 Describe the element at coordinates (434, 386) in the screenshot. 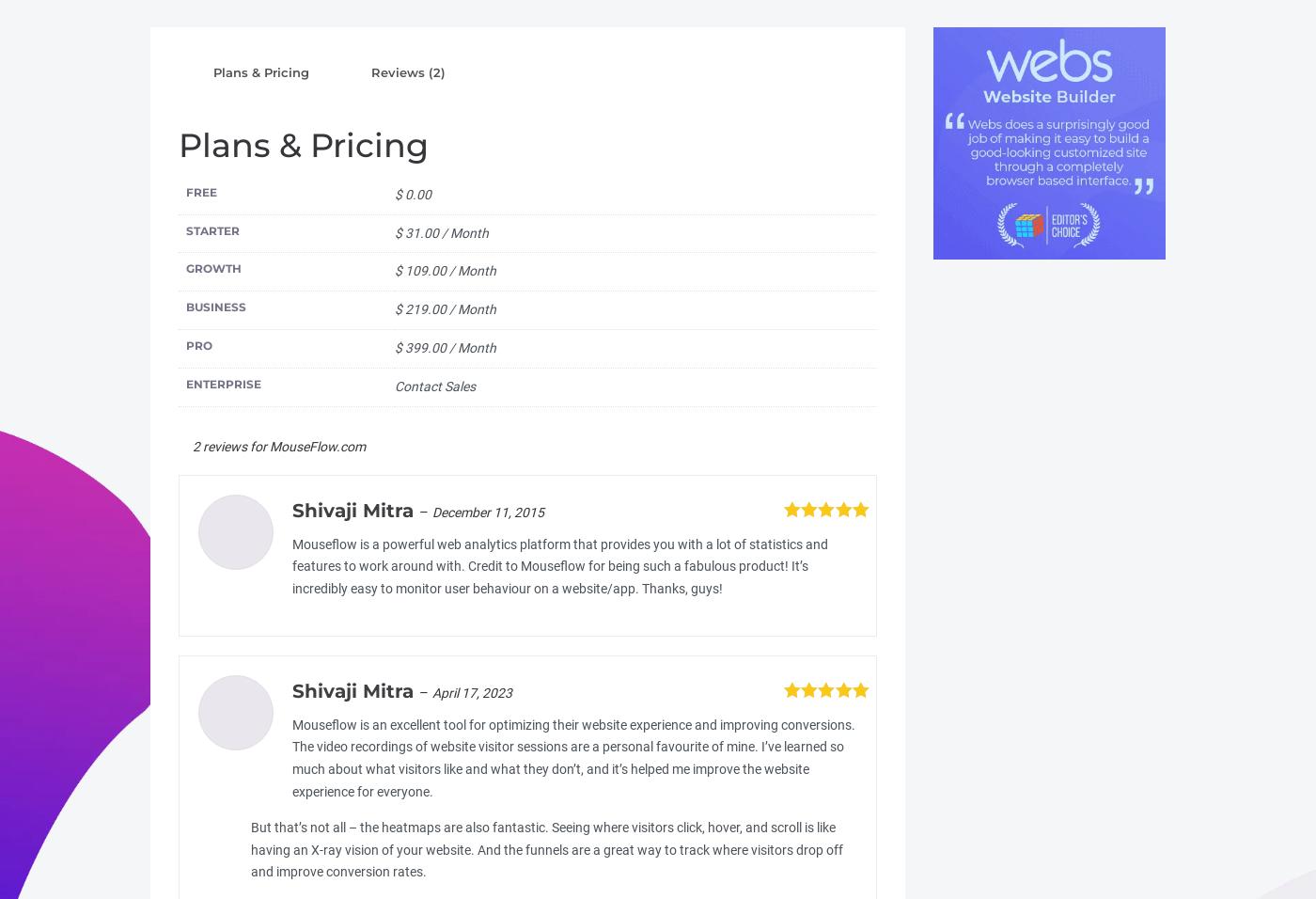

I see `'Contact Sales'` at that location.